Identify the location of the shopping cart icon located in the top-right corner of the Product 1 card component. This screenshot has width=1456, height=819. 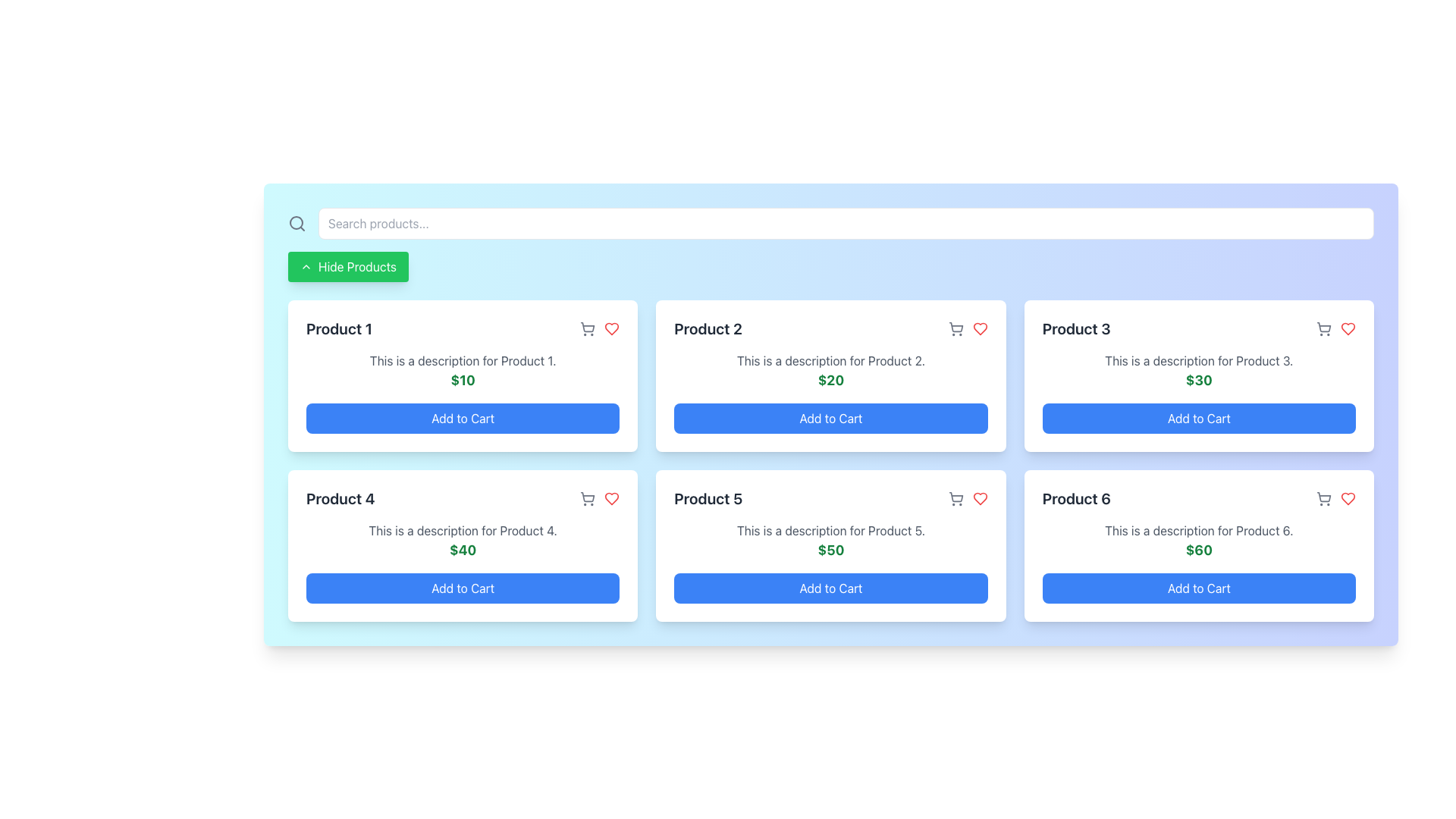
(587, 326).